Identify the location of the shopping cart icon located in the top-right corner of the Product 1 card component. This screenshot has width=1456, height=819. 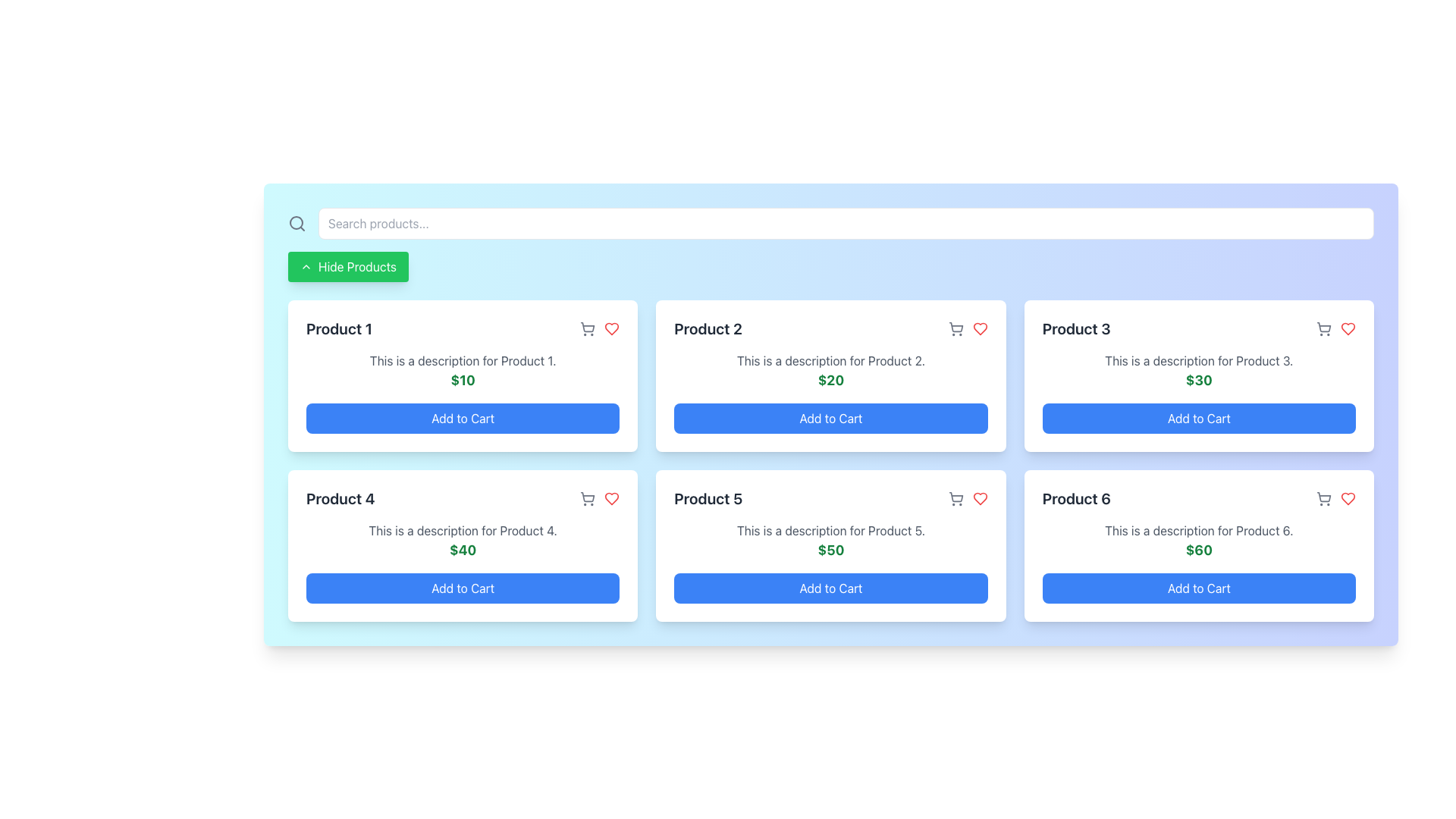
(587, 326).